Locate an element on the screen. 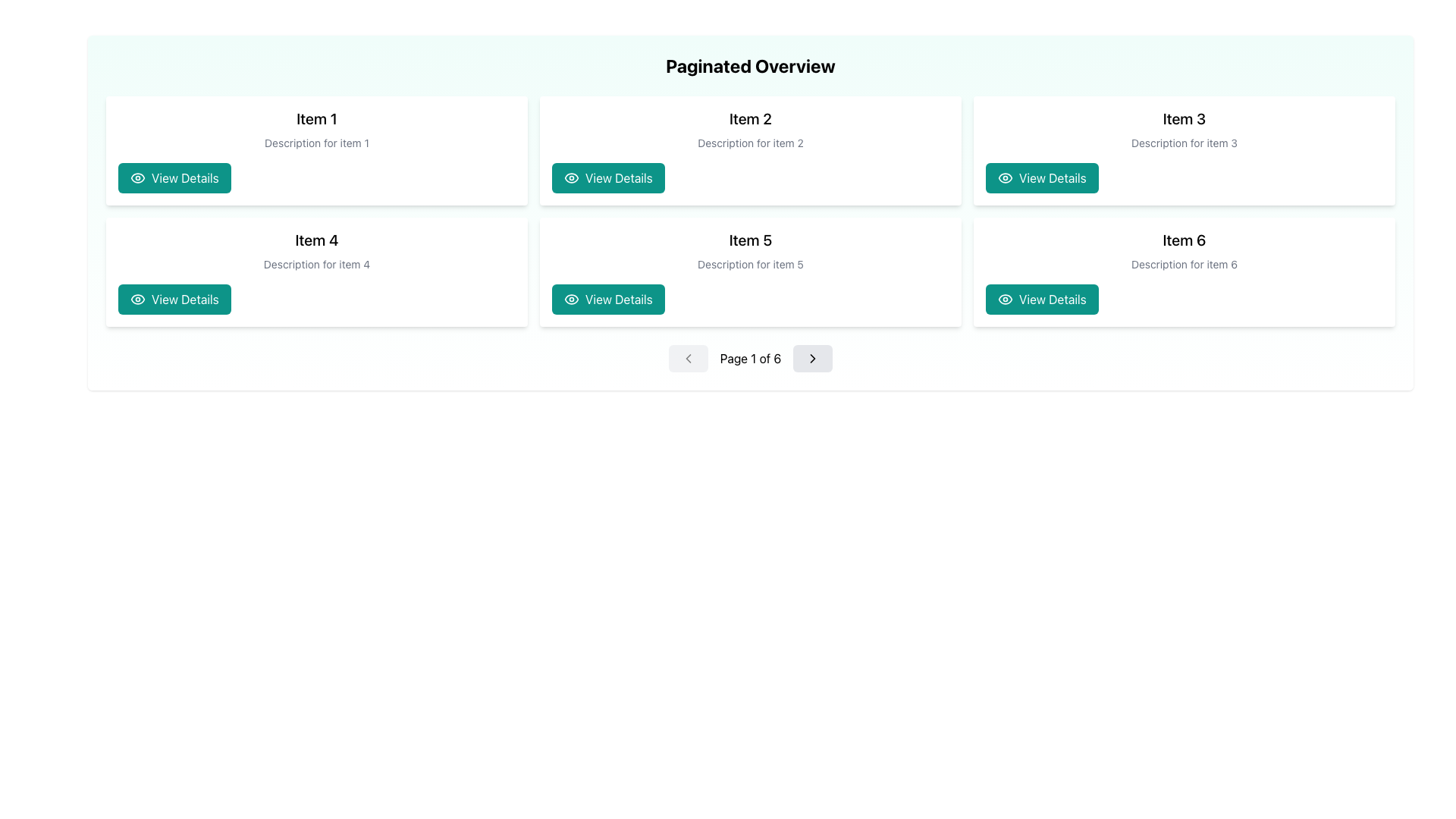 This screenshot has height=819, width=1456. the eye icon within the 'View Details' button located in the second item card in the top row is located at coordinates (570, 177).